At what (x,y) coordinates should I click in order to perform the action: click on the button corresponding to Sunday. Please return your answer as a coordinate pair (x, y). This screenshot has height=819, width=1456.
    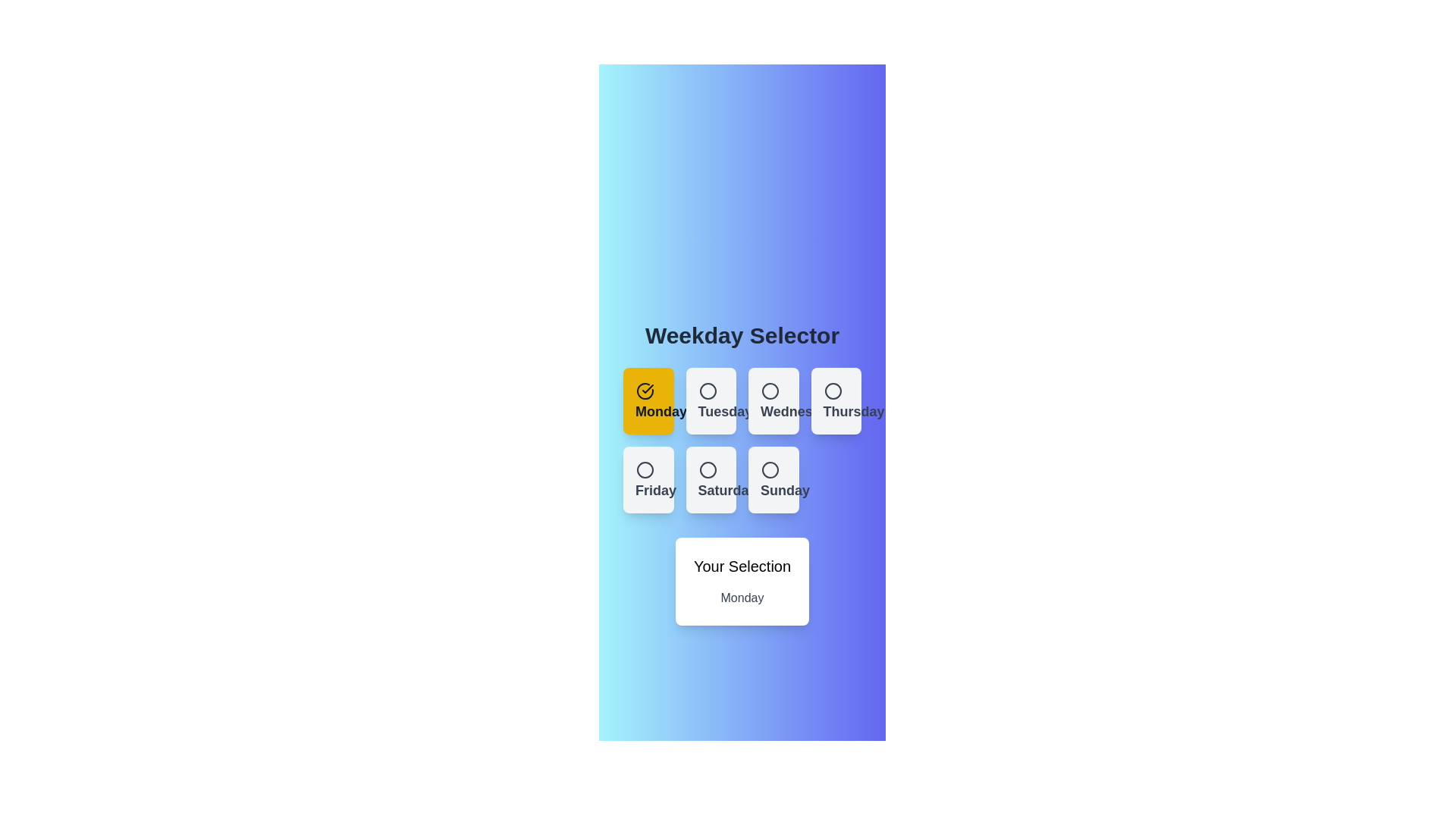
    Looking at the image, I should click on (773, 479).